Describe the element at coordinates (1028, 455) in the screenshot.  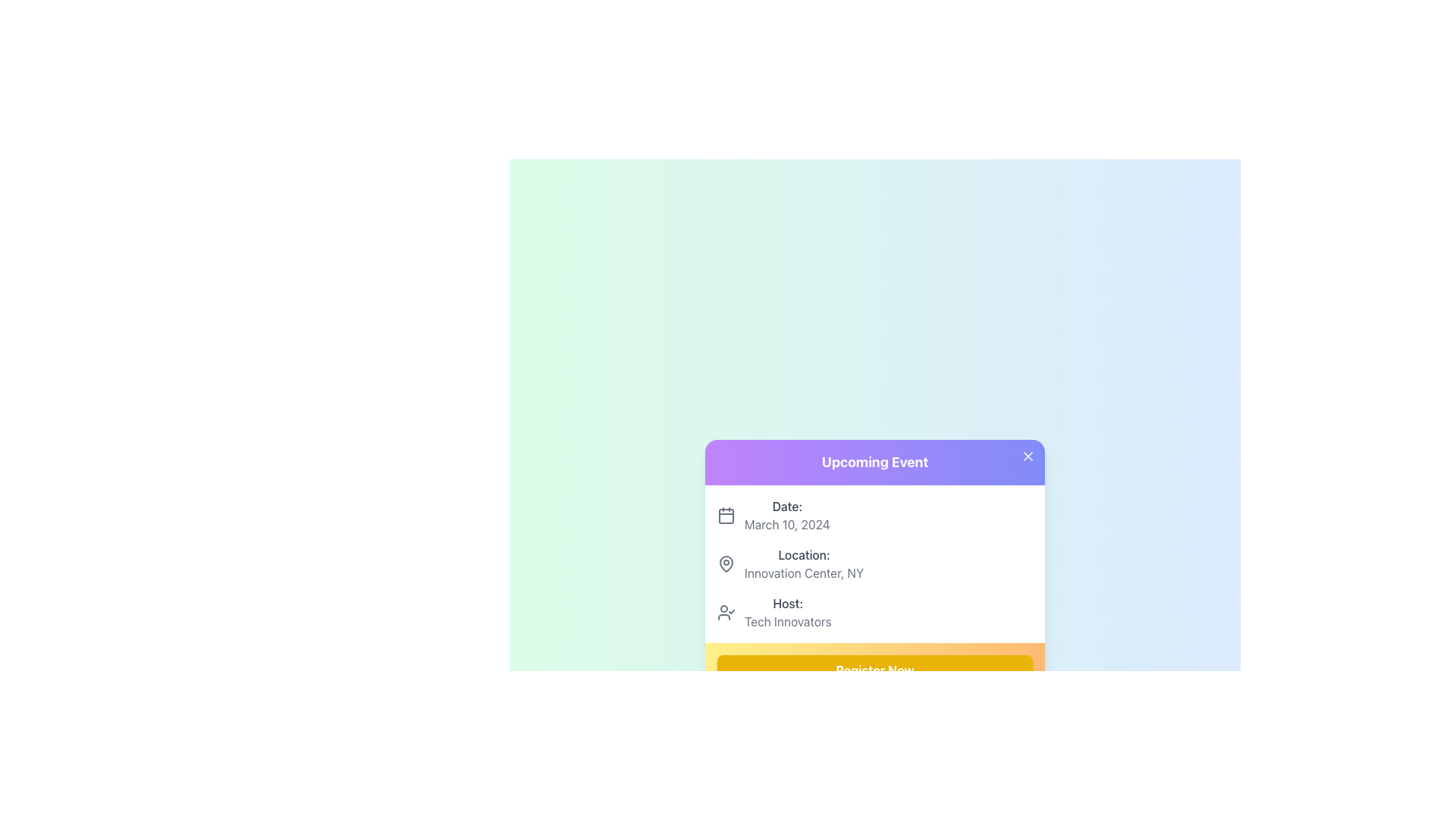
I see `the diagonal line of the cross icon located at the top-right corner of the 'Upcoming Event' card, which serves as a close or dismiss action` at that location.